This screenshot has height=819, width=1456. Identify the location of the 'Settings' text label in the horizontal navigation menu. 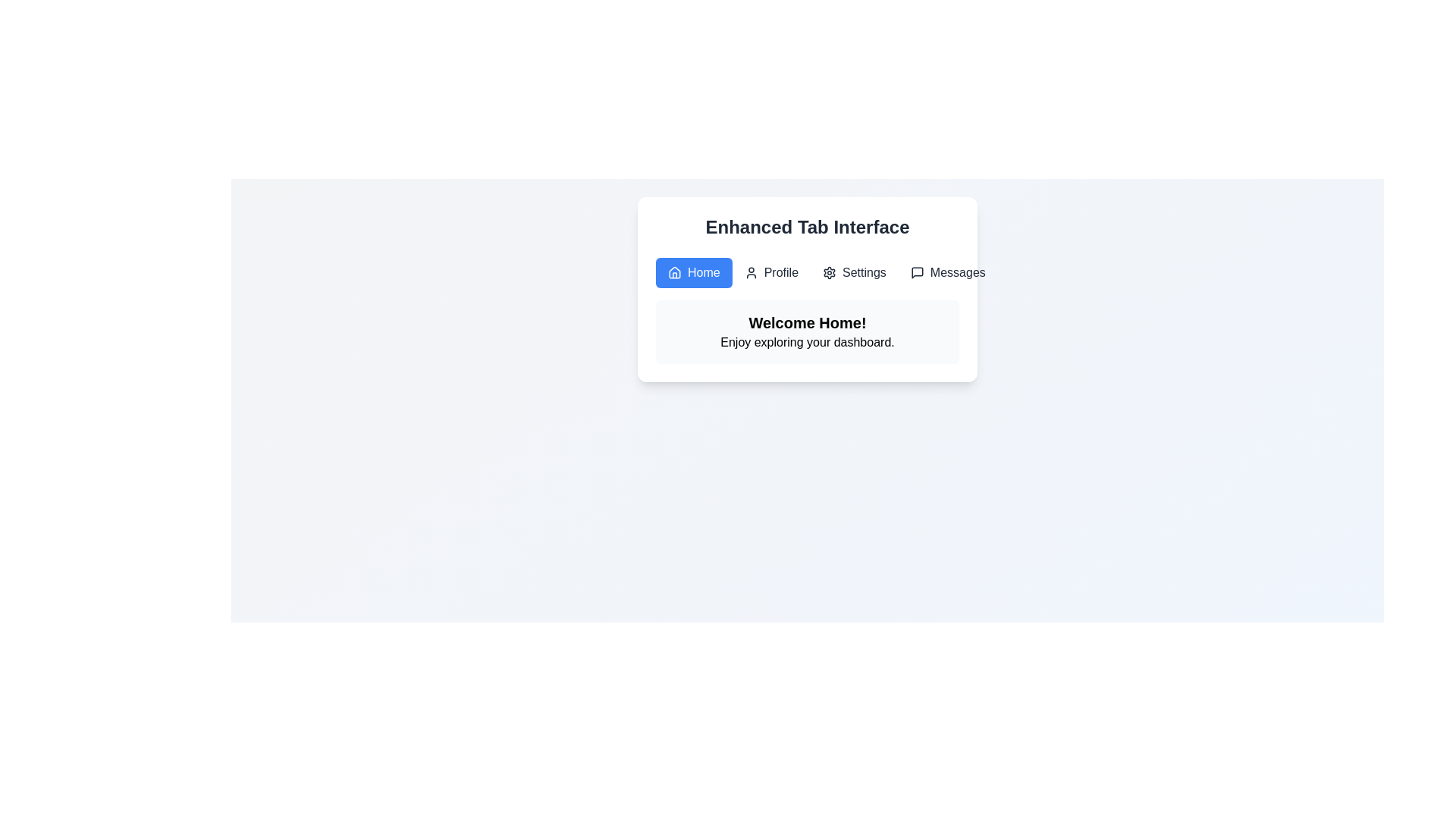
(864, 271).